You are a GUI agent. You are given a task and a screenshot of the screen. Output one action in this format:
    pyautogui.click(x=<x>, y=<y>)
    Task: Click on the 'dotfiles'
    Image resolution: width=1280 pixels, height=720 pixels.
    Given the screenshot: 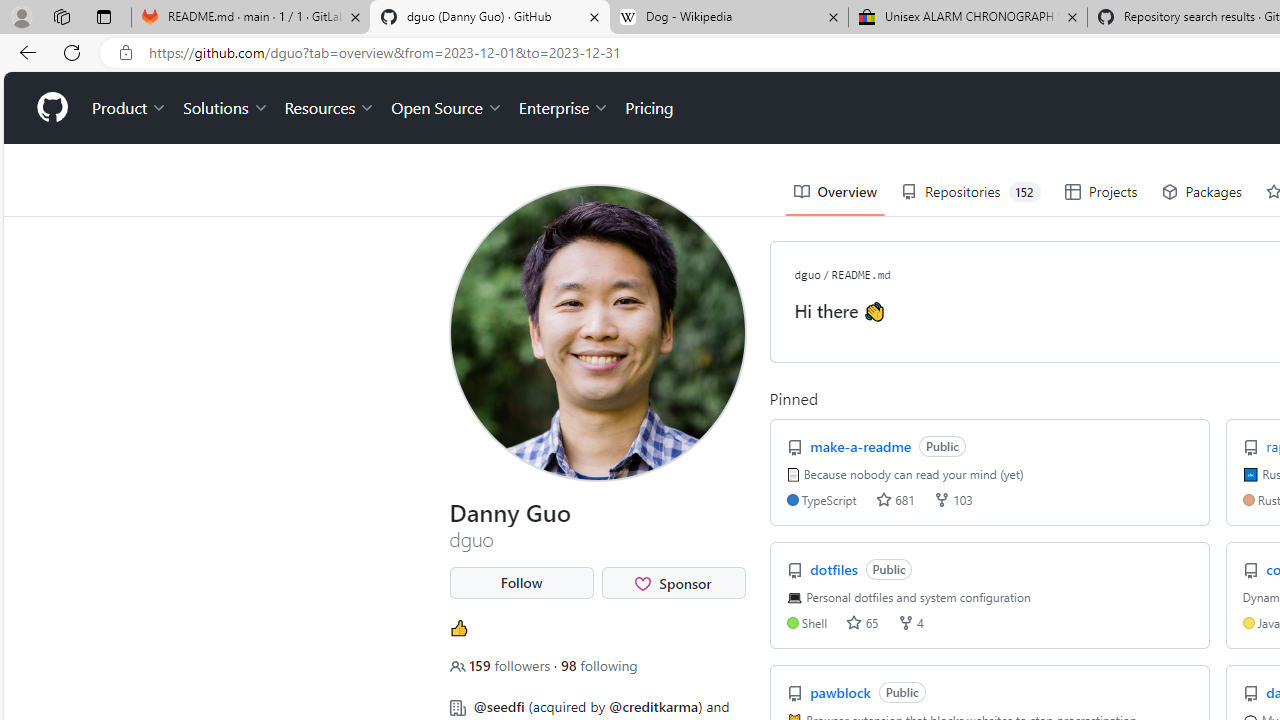 What is the action you would take?
    pyautogui.click(x=835, y=568)
    